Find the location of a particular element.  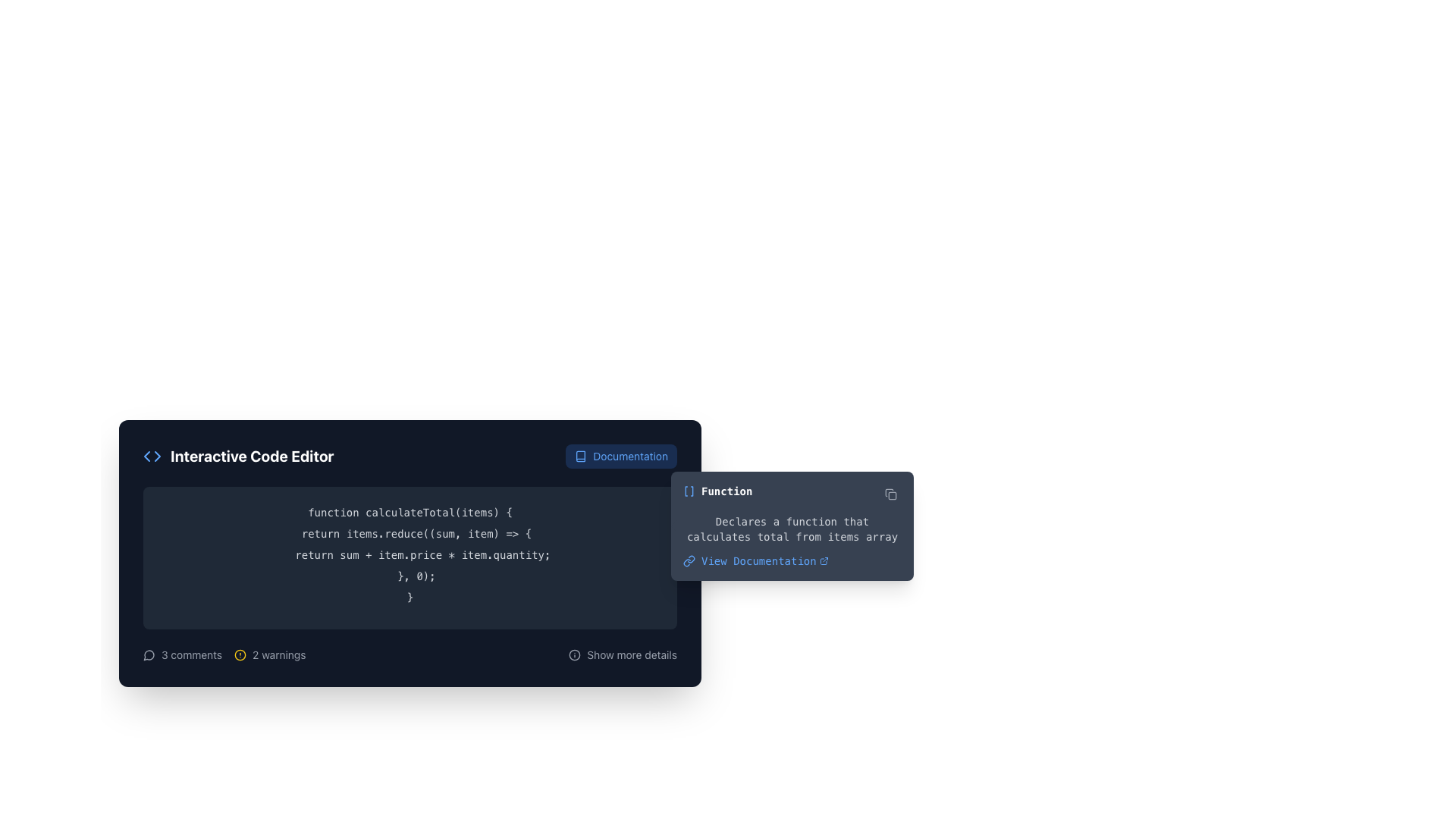

the 'Documentation' button, which is a rectangular button with a blue document icon on the left side, located to the right of the 'Interactive Code Editor' title is located at coordinates (621, 455).